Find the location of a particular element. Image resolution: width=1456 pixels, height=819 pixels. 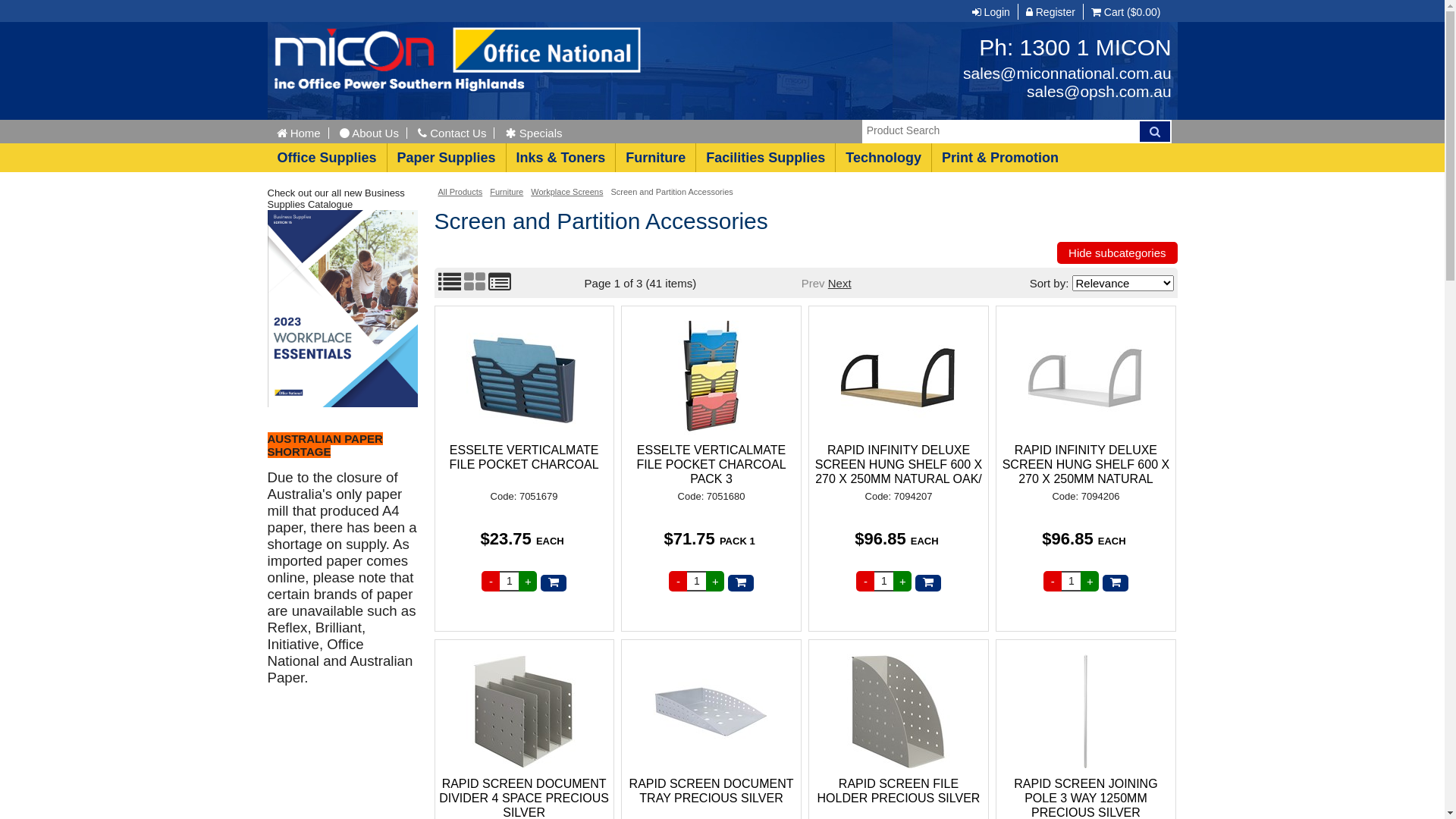

'Contact Us' is located at coordinates (451, 132).